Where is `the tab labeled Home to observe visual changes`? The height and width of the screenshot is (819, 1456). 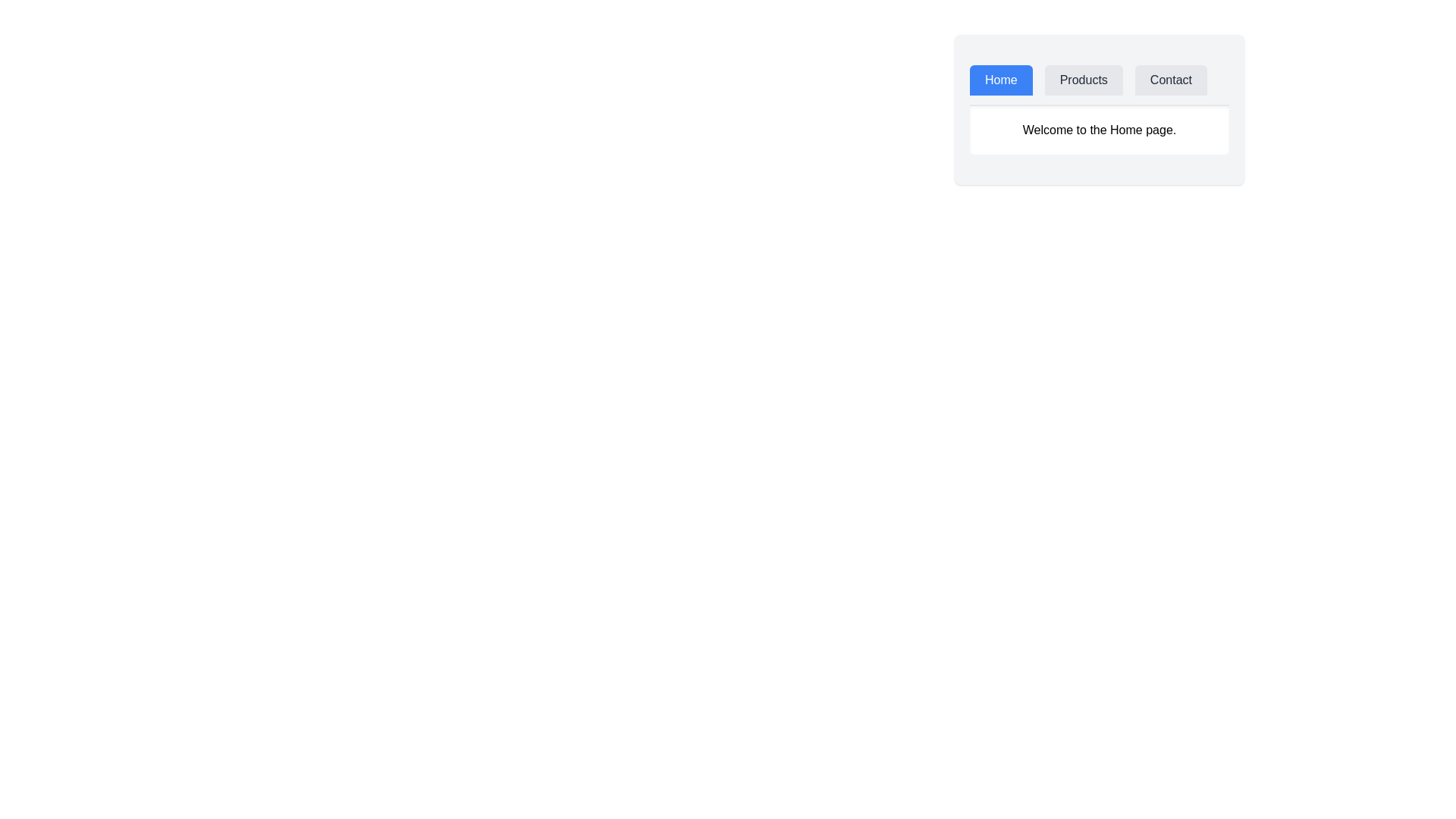 the tab labeled Home to observe visual changes is located at coordinates (1001, 80).